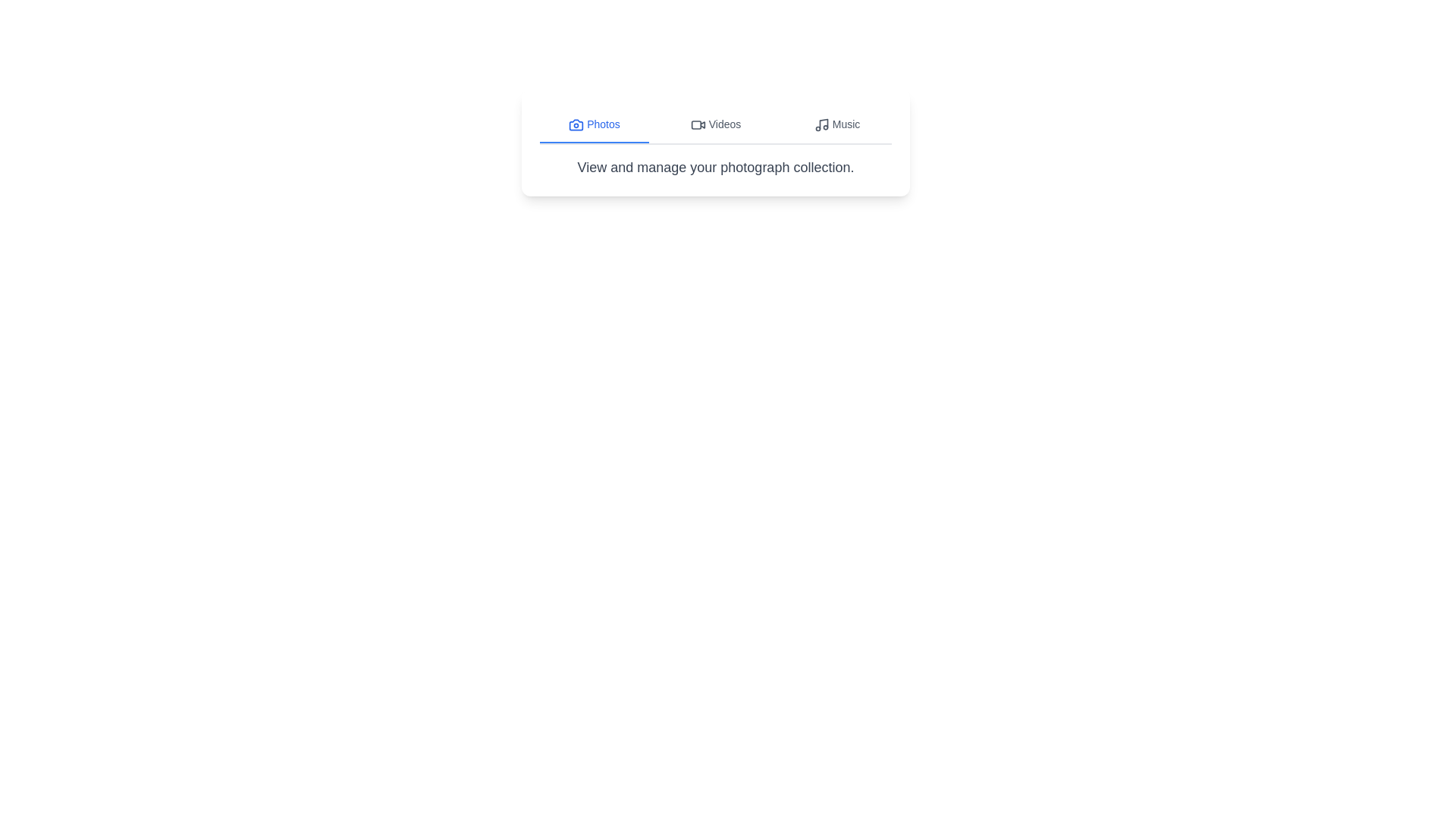  I want to click on the Videos tab by clicking on the respective tab button, so click(715, 124).